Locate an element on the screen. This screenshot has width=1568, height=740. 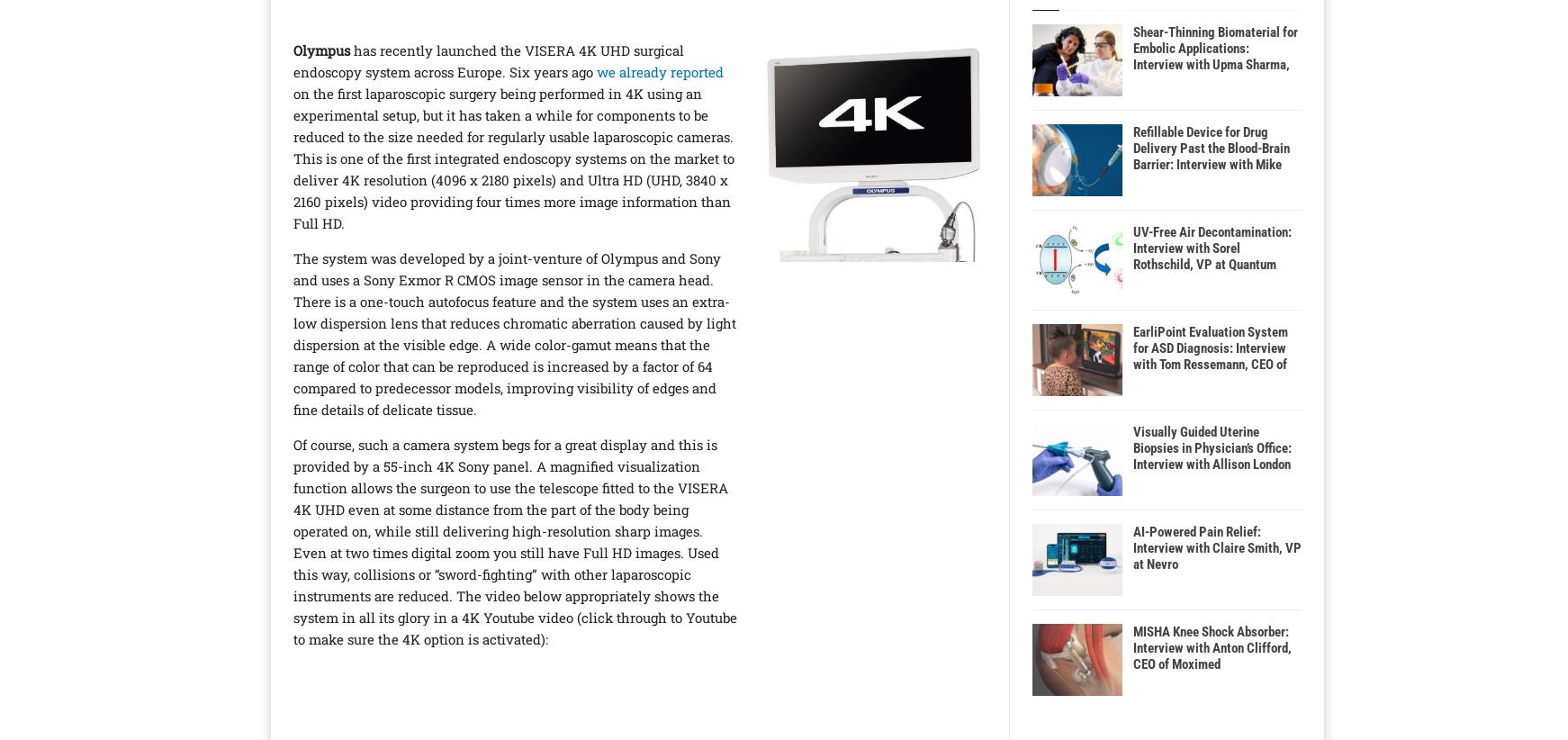
'The system was developed by a joint-venture of Olympus and Sony and uses a Sony Exmor R CMOS image sensor in the camera head. There is a one-touch autofocus feature and the system uses an extra-low dispersion lens that reduces chromatic aberration caused by light dispersion at the visible edge. A wide color-gamut means that the range of color that can be reproduced is increased by a factor of 64 compared to predecessor models, improving visibility of edges and fine details of delicate tissue.' is located at coordinates (515, 332).